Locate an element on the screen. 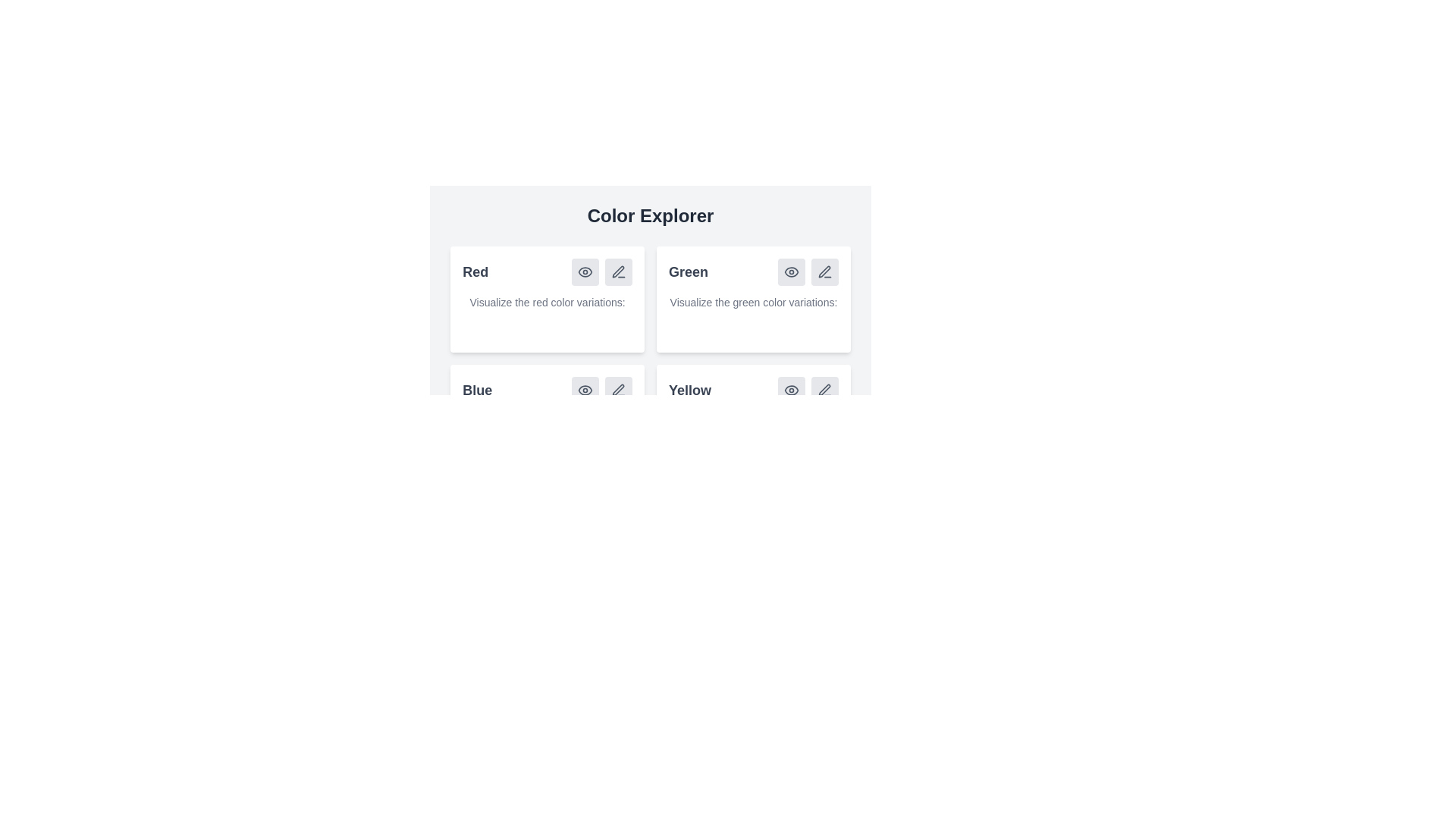 This screenshot has height=819, width=1456. the label displaying the word 'GREEN' in large, bold gray font, located in the second column of the top row within a card titled 'Visualize the green color variations.' is located at coordinates (687, 271).